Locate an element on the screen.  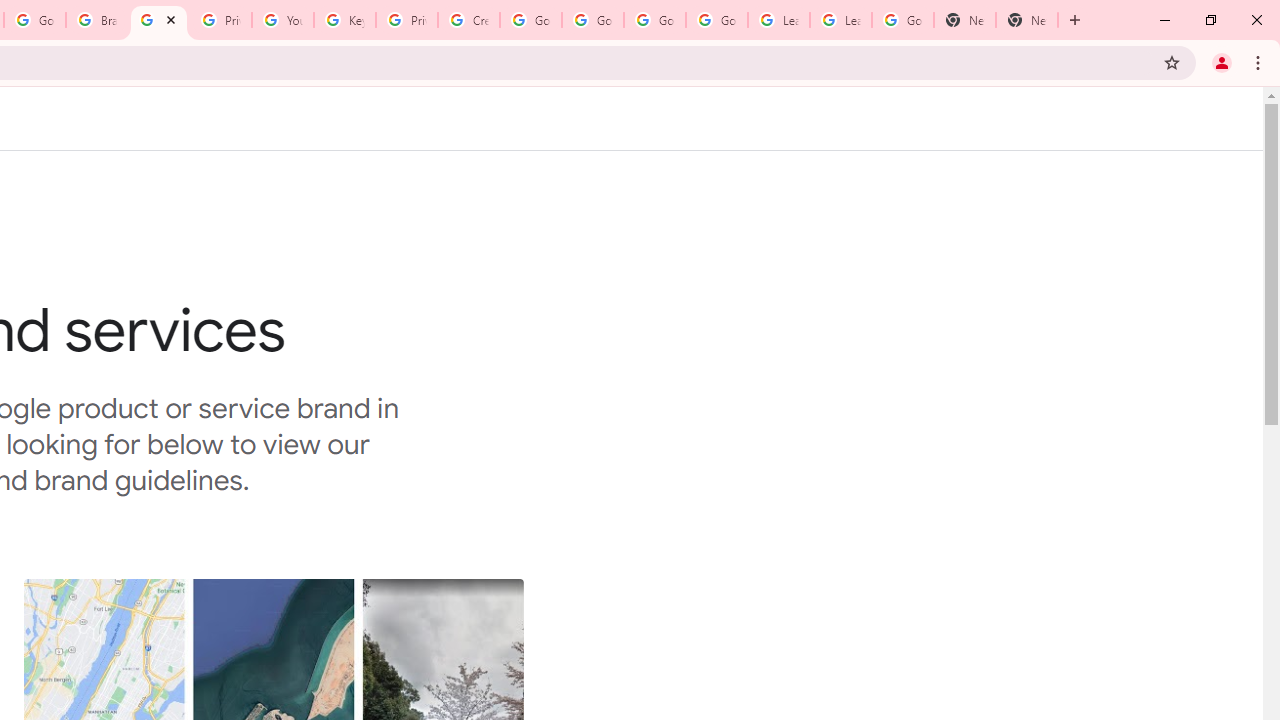
'YouTube' is located at coordinates (281, 20).